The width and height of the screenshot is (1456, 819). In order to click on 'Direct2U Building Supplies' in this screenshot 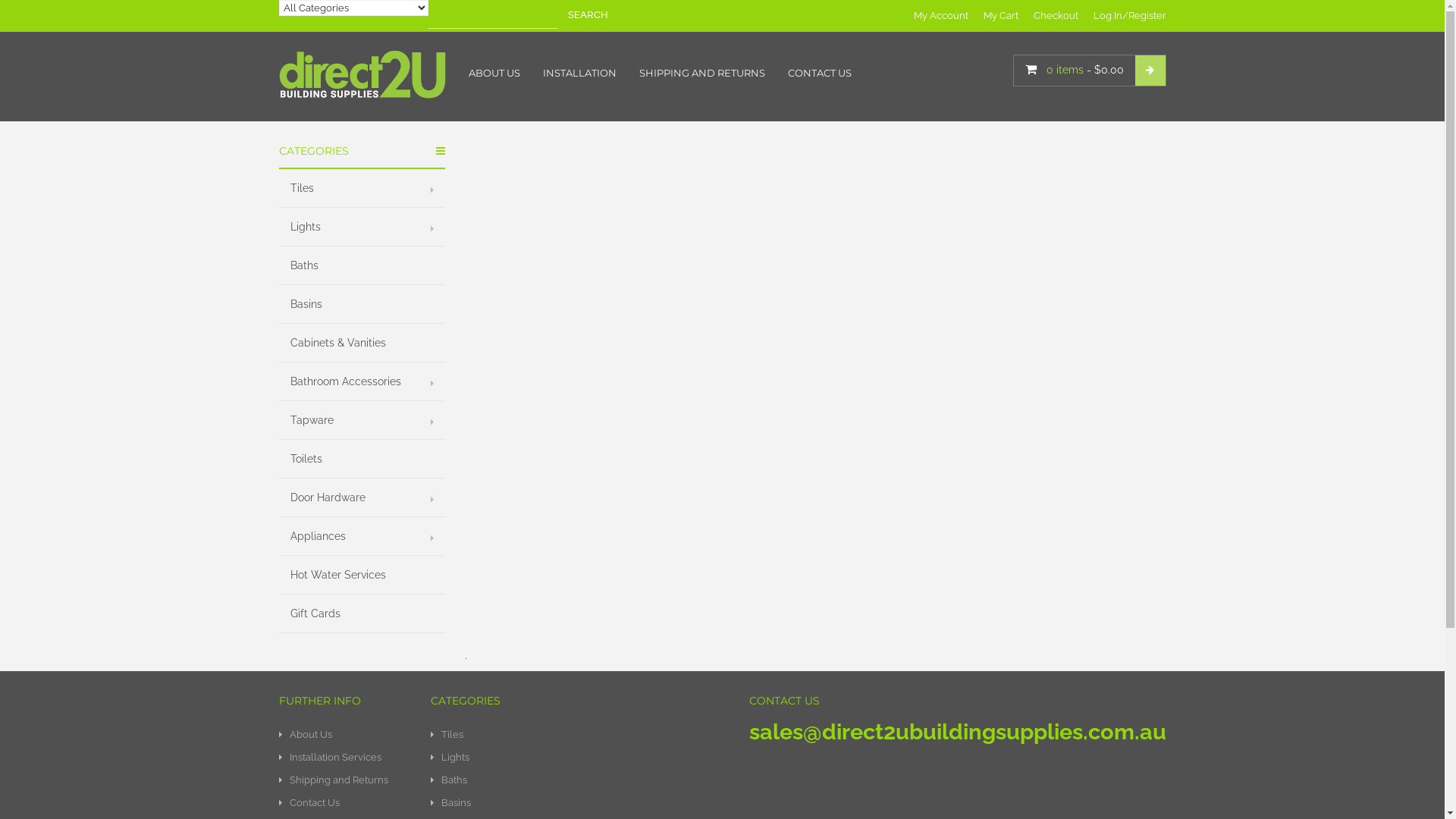, I will do `click(279, 74)`.